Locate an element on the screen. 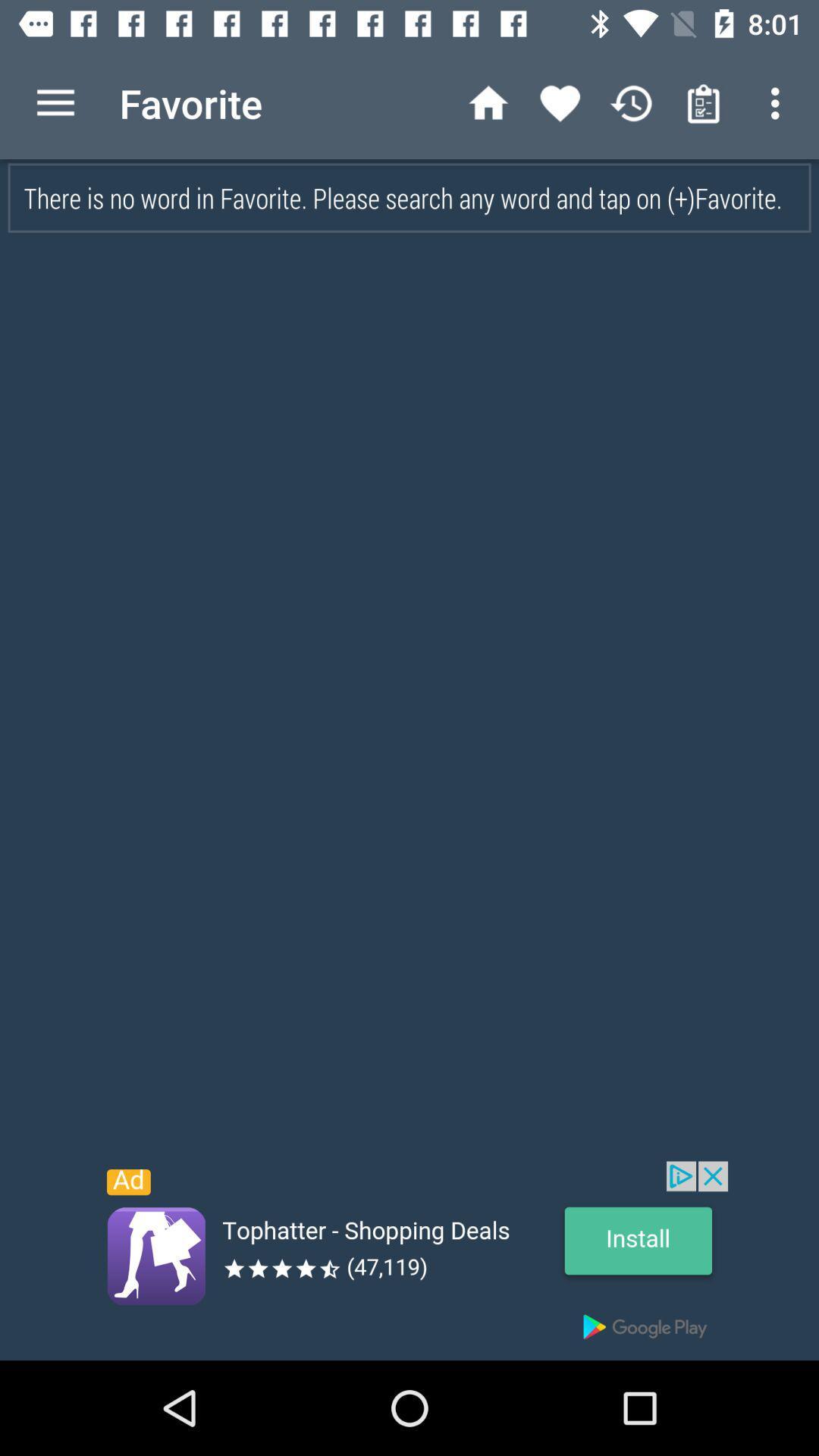 This screenshot has width=819, height=1456. advertisement link to different site is located at coordinates (409, 1260).